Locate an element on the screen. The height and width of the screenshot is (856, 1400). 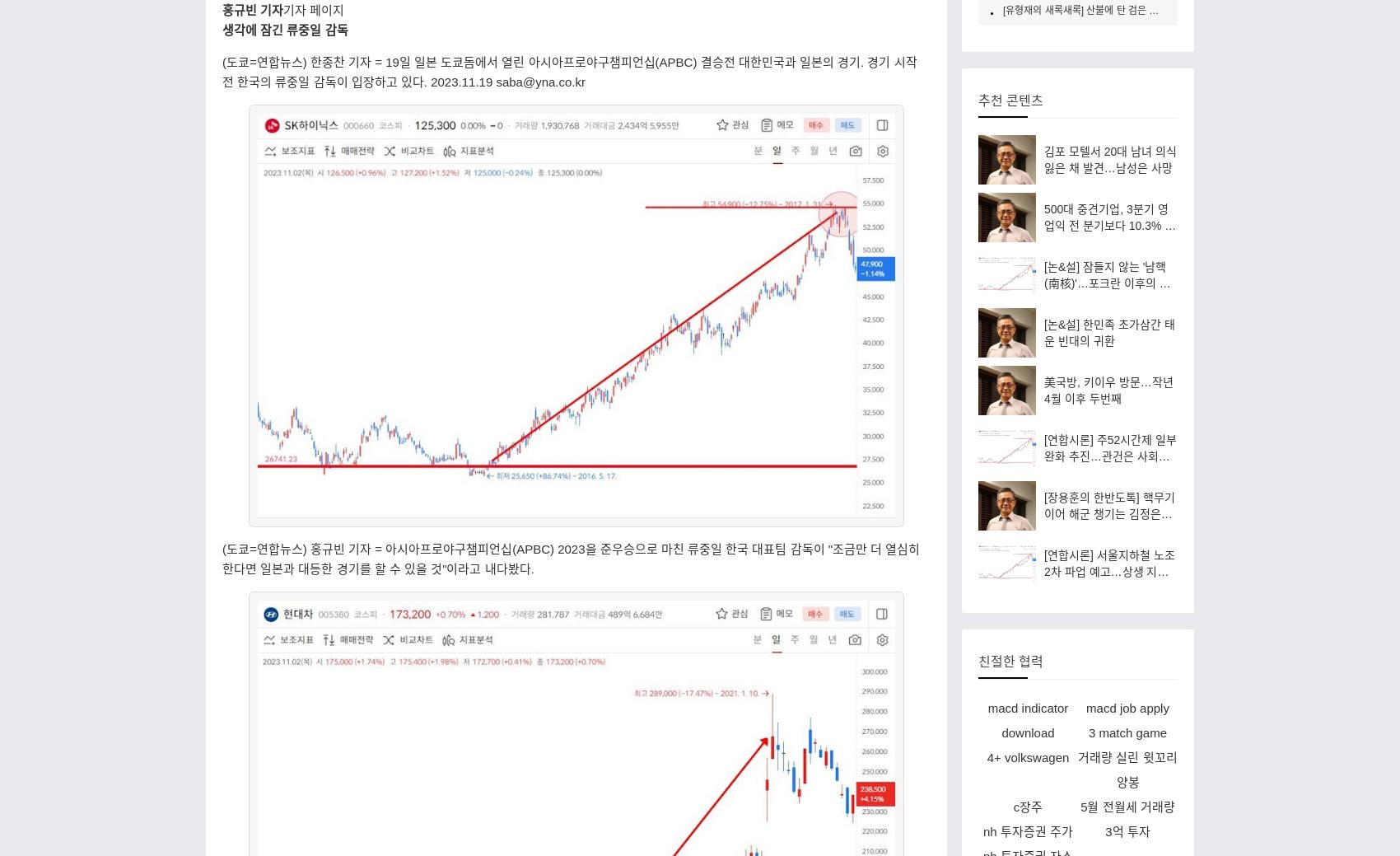
'[논&설] 잠들지 않는 '남핵(南核)'…포크란 이후의 인도는 안전해졌을까' is located at coordinates (1043, 282).